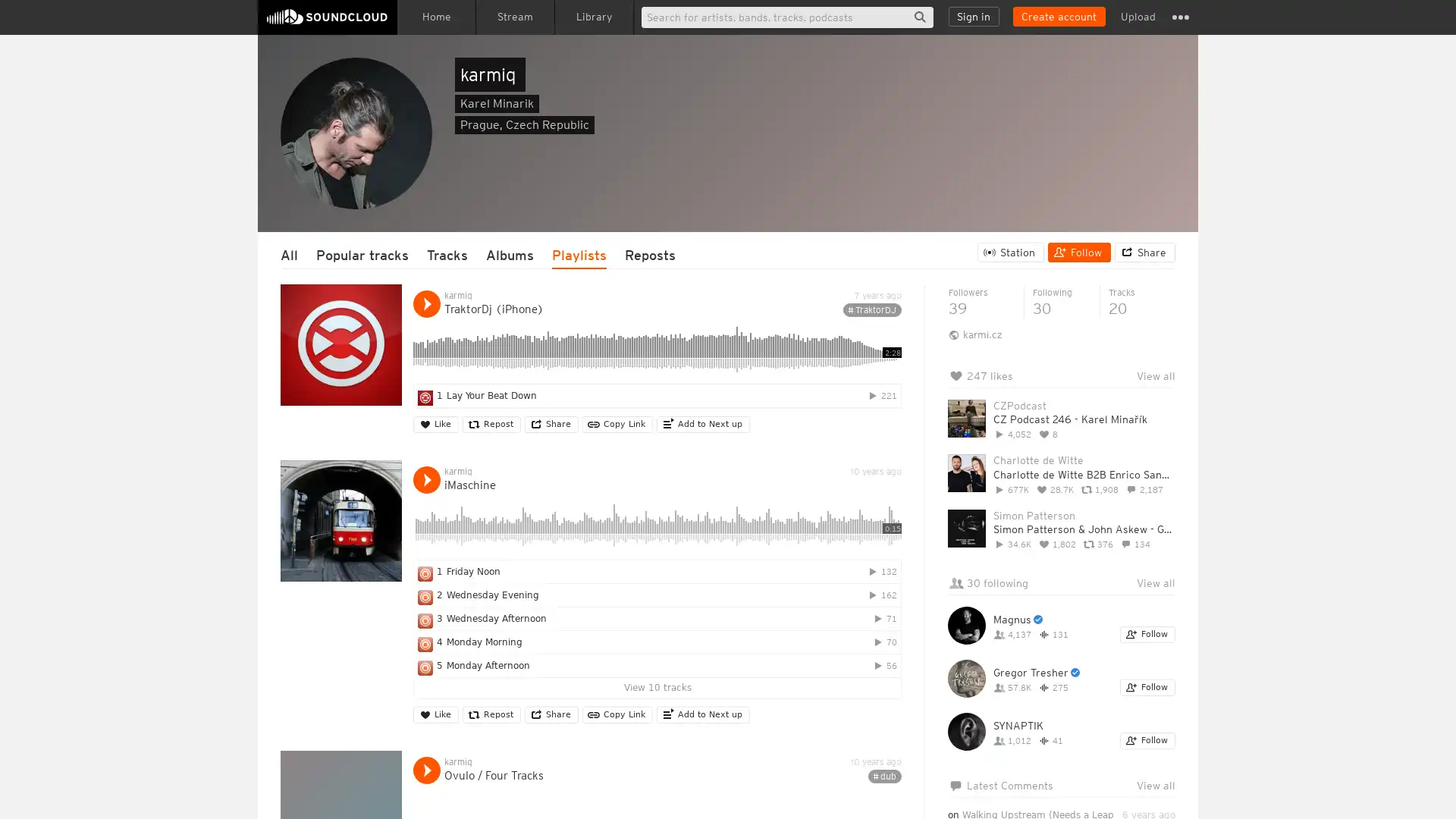  What do you see at coordinates (702, 424) in the screenshot?
I see `Add to Next up` at bounding box center [702, 424].